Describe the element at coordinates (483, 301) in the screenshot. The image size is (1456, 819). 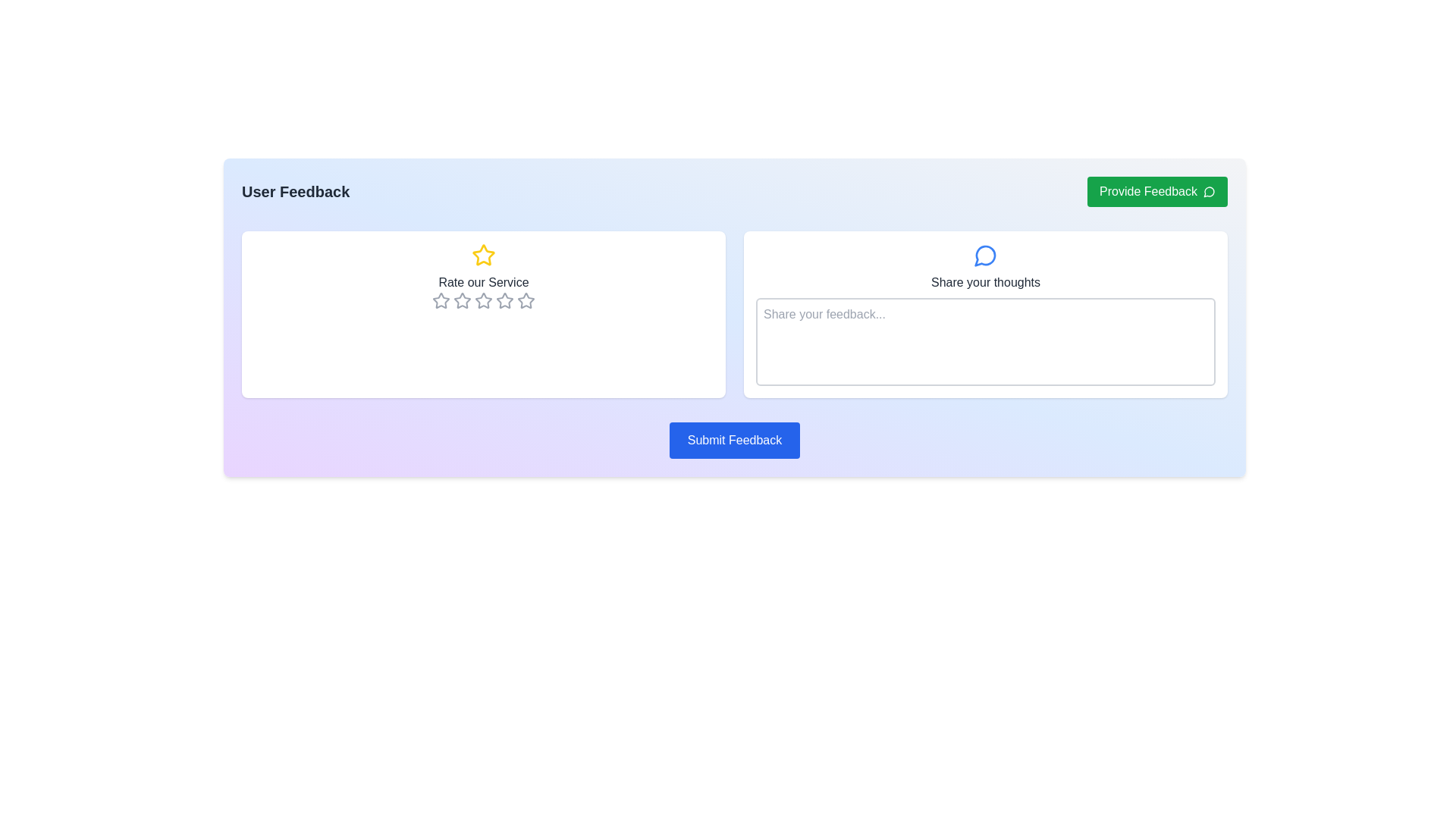
I see `the third star in the Rating Control (Stars) located in the feedback card labeled 'Rate our Service'` at that location.